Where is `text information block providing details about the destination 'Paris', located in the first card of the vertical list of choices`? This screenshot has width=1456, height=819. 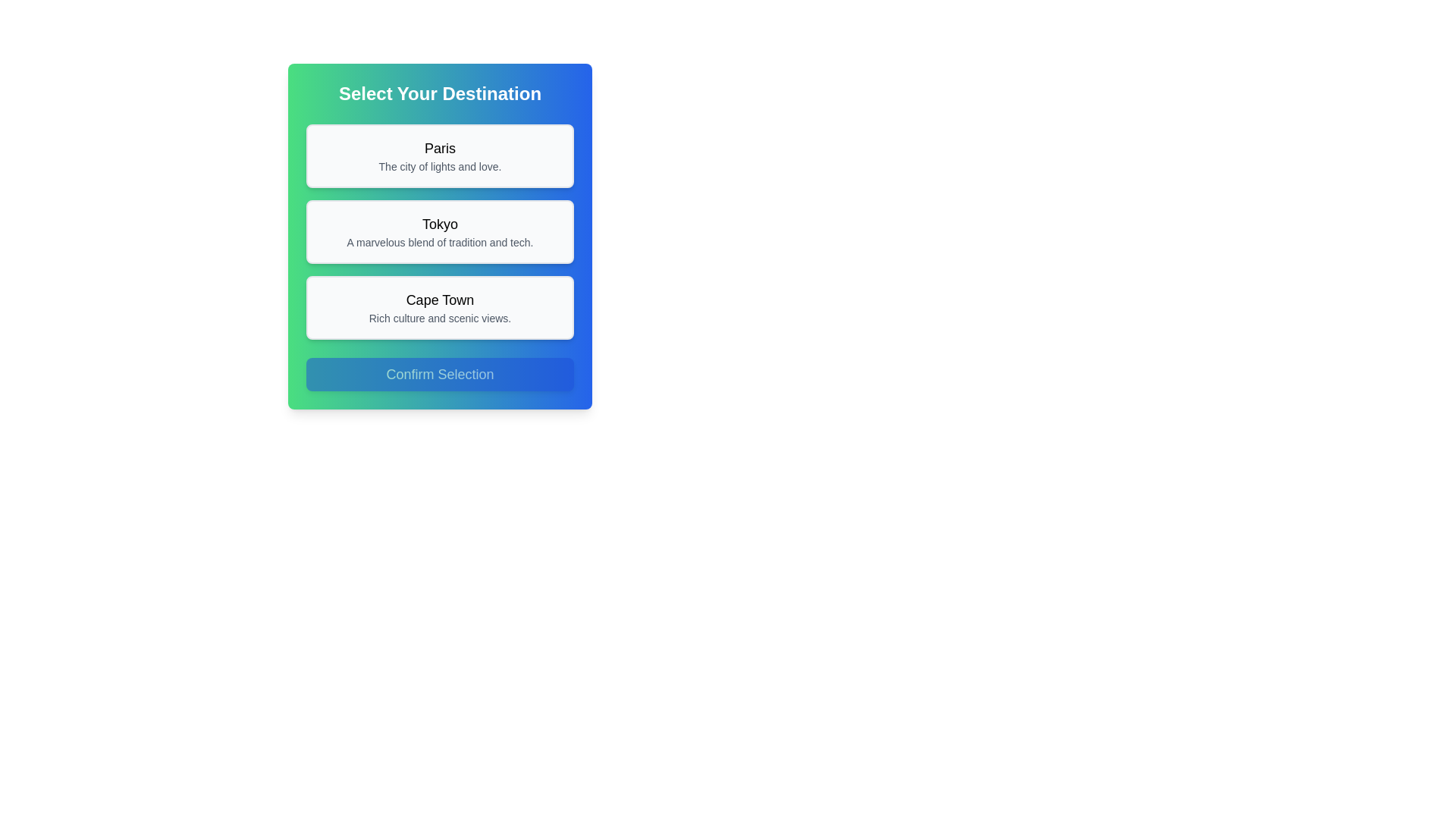 text information block providing details about the destination 'Paris', located in the first card of the vertical list of choices is located at coordinates (439, 155).